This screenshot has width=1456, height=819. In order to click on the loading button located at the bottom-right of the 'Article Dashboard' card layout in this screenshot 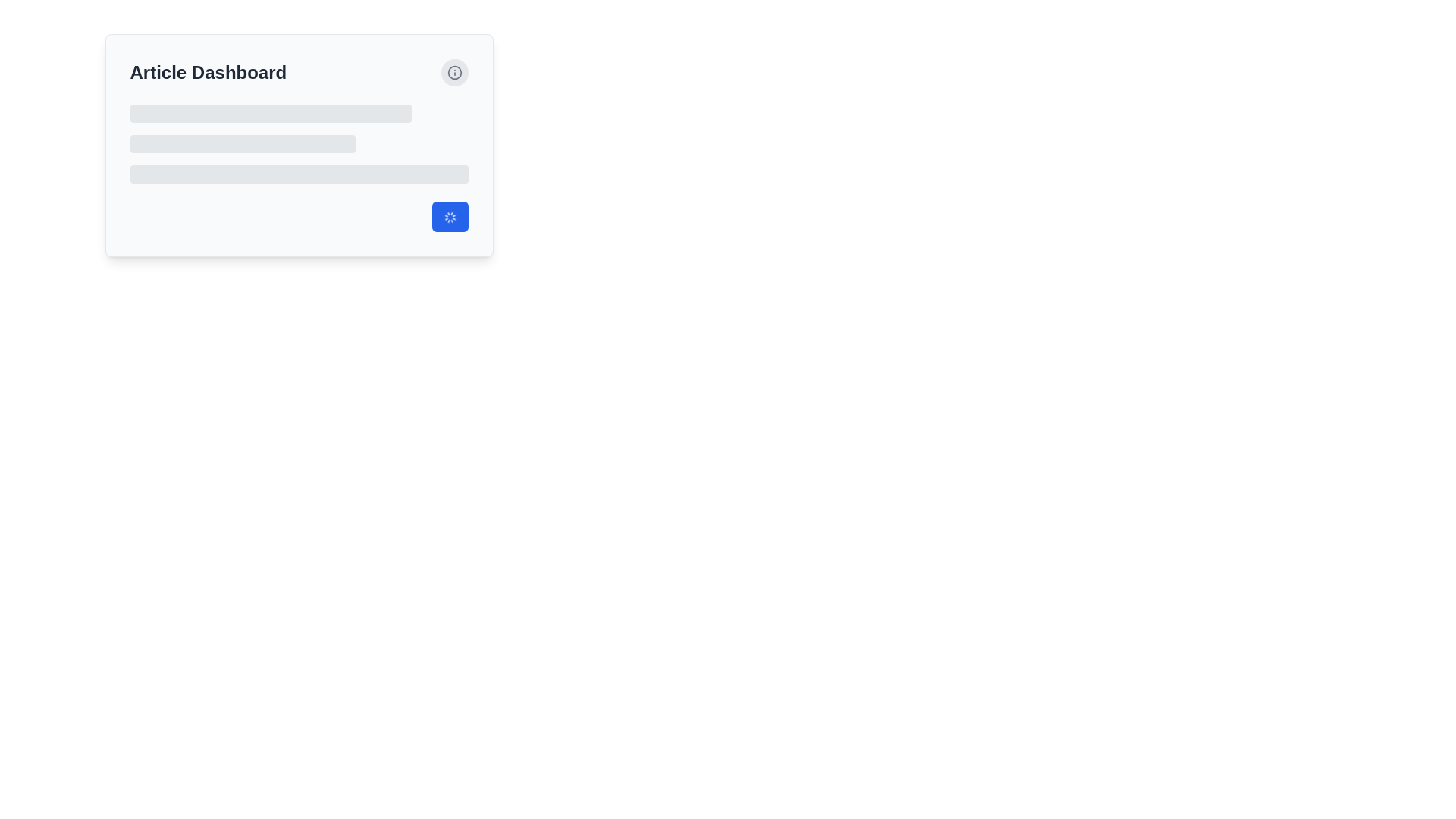, I will do `click(449, 216)`.